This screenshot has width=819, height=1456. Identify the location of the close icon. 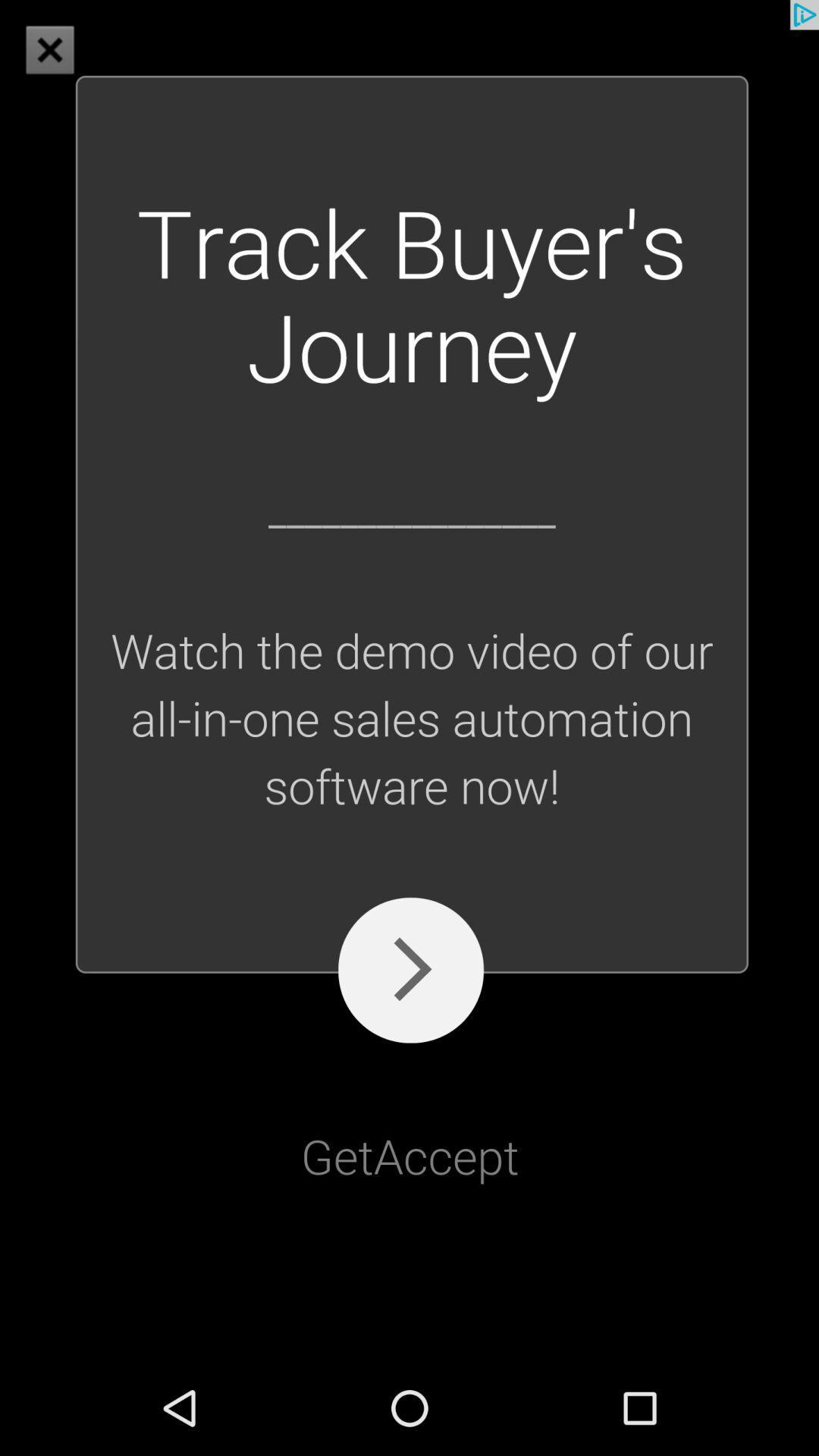
(49, 53).